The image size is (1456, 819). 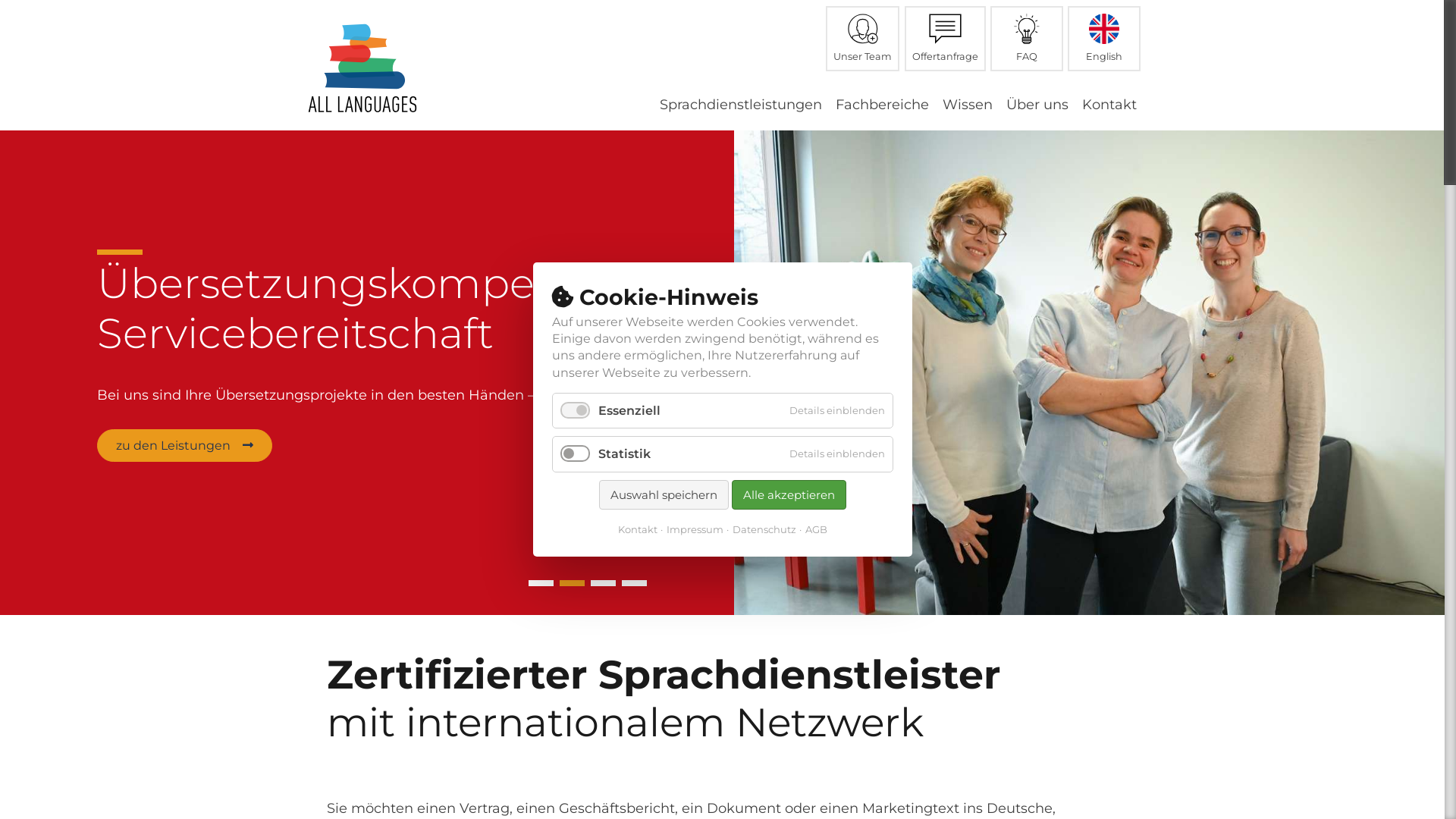 What do you see at coordinates (741, 106) in the screenshot?
I see `'Sprachdienstleistungen'` at bounding box center [741, 106].